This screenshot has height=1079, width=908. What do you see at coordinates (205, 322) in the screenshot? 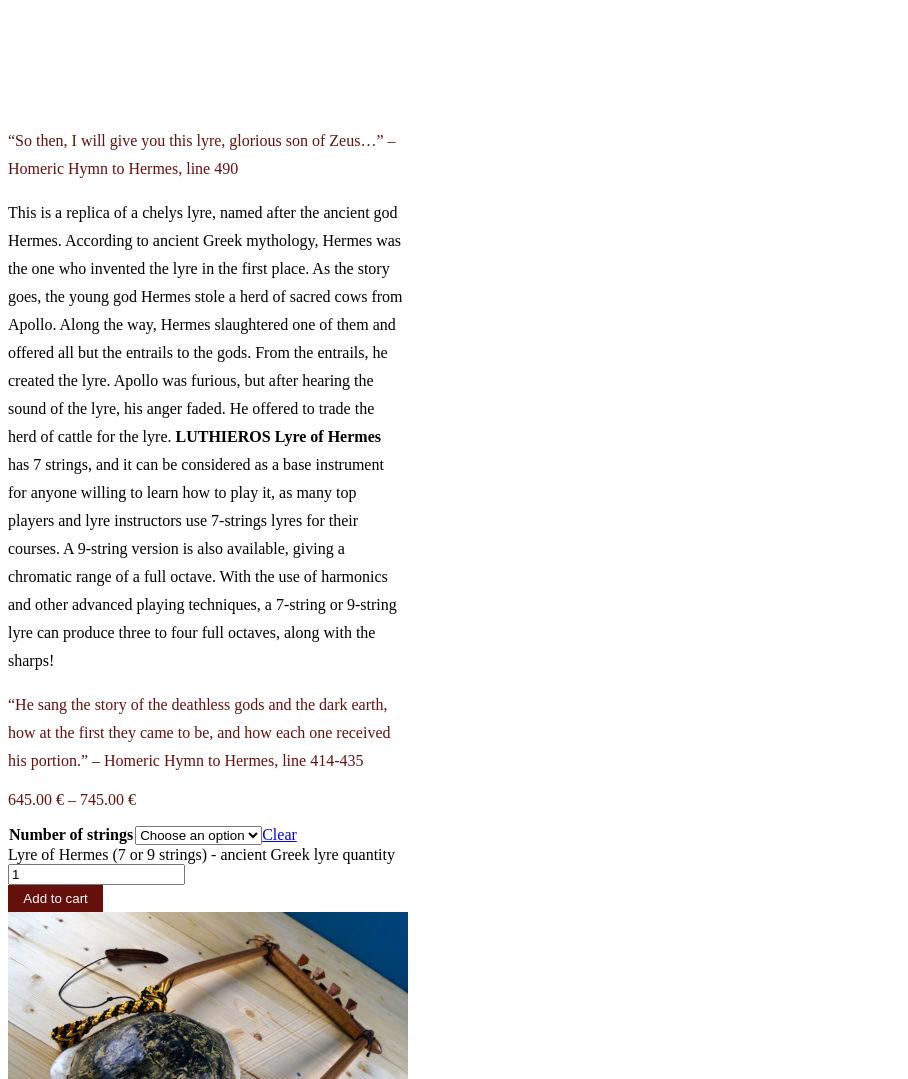
I see `'This is a replica of a chelys lyre, named after the ancient god Hermes. According to ancient Greek mythology, Hermes was the one who invented the lyre in the first place. As the story goes, the young god Hermes stole a herd of sacred cows from Apollo. Along the way, Hermes slaughtered one of them and offered all but the entrails to the gods. From the entrails, he created the lyre. Apollo was furious, but after hearing the sound of the lyre, his anger faded. He offered to trade the herd of cattle for the lyre.'` at bounding box center [205, 322].